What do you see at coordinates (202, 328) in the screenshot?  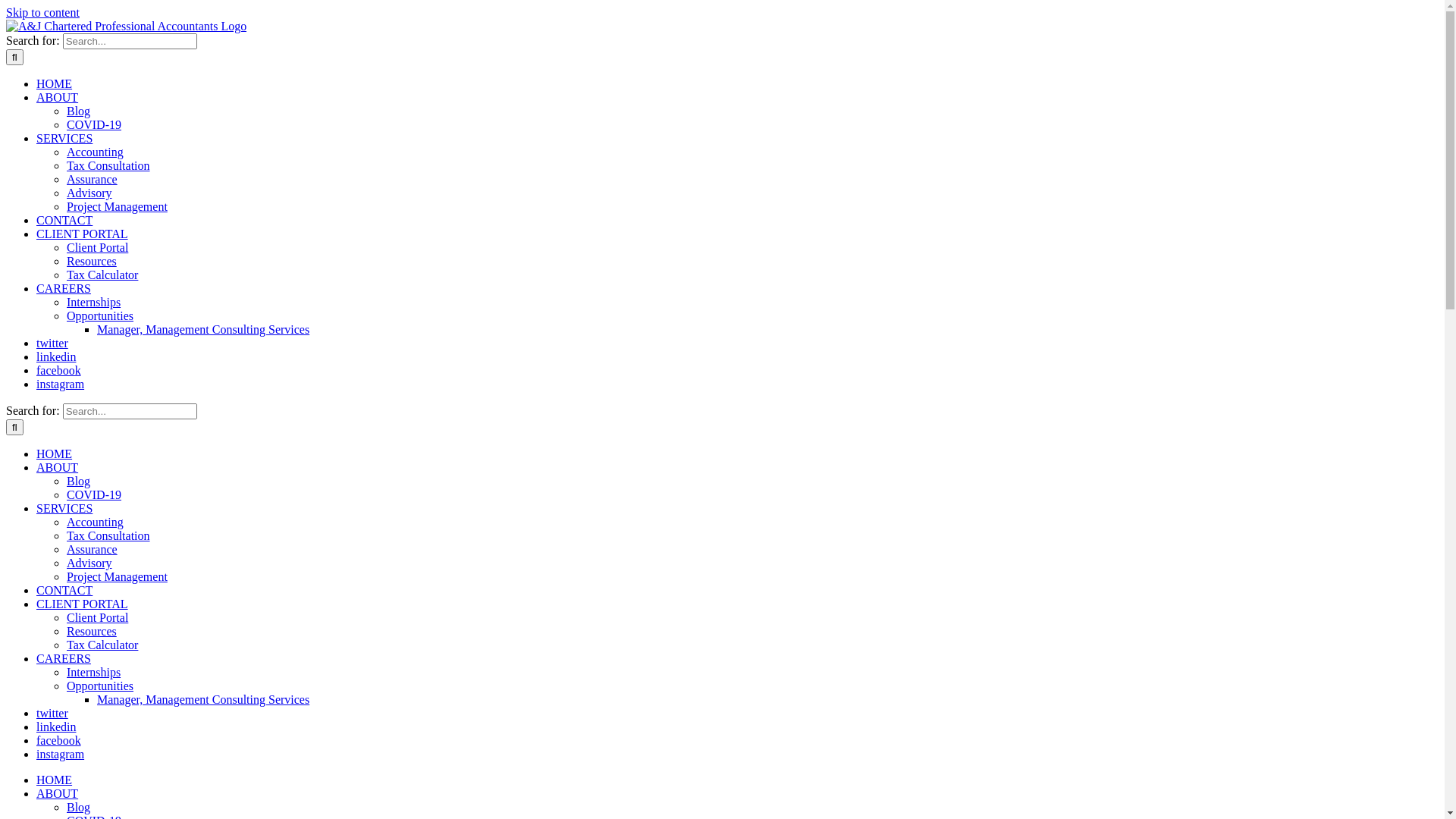 I see `'Manager, Management Consulting Services'` at bounding box center [202, 328].